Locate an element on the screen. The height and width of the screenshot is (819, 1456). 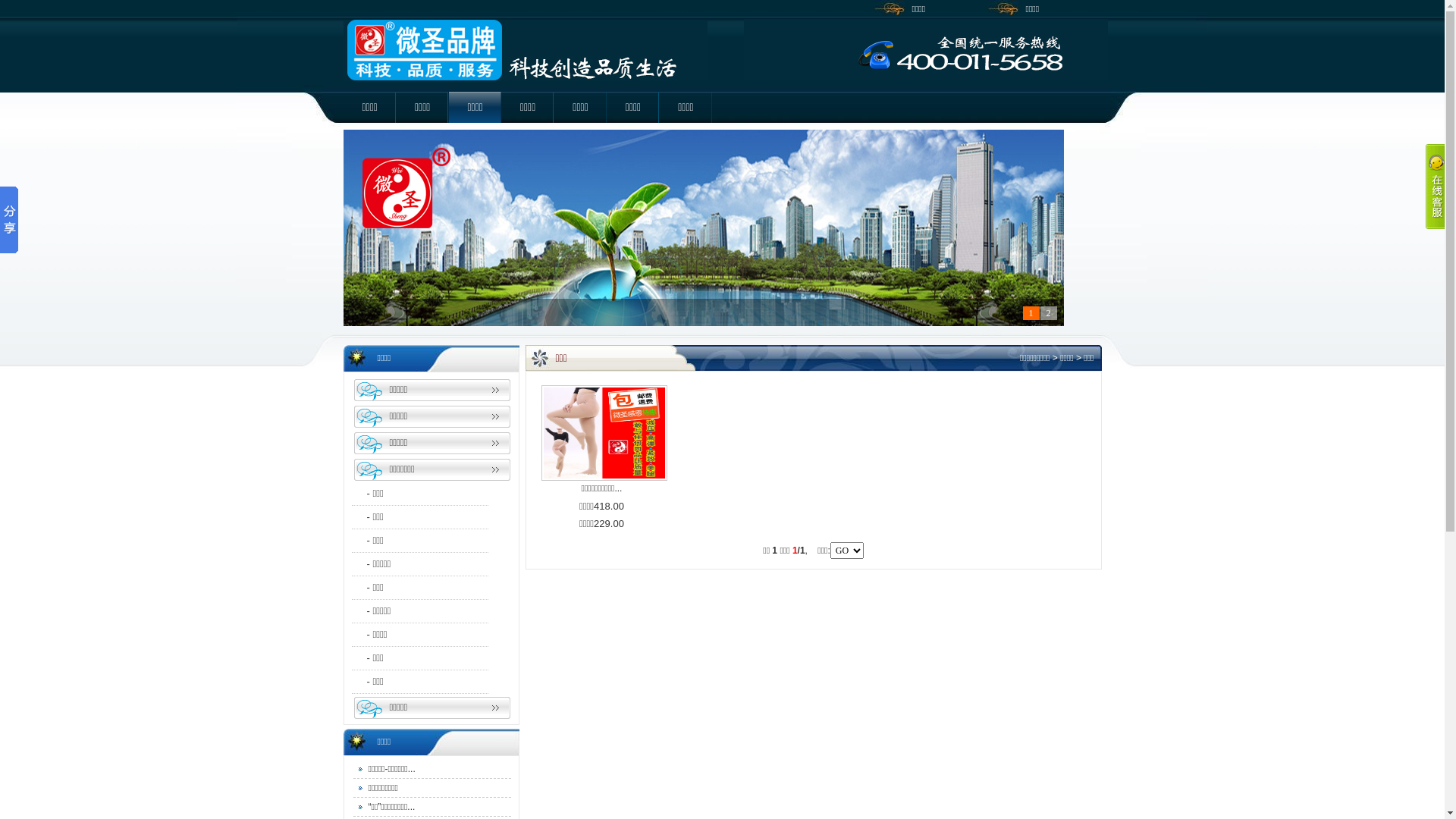
'2' is located at coordinates (1047, 312).